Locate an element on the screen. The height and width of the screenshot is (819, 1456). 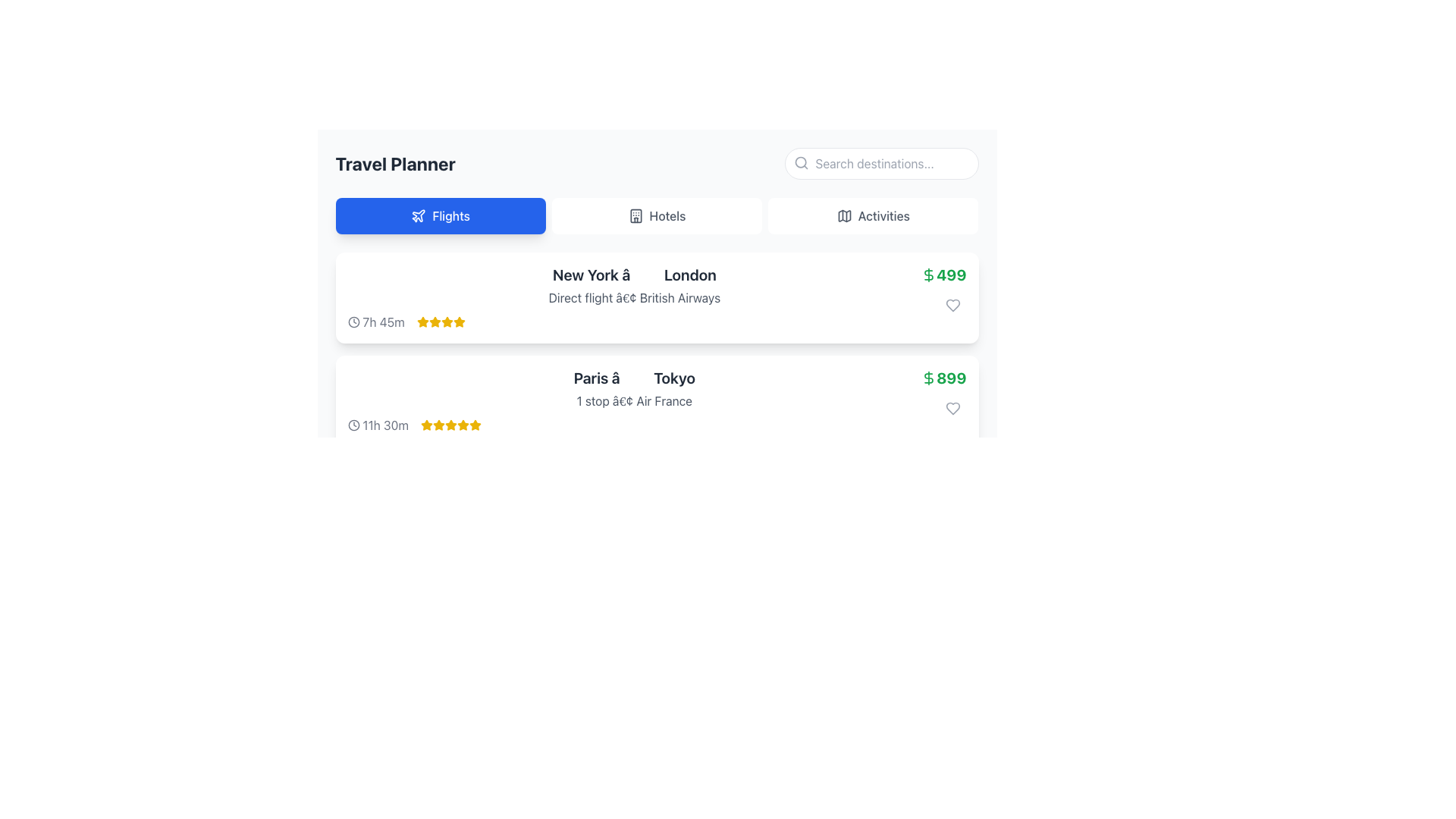
the third star icon in the rating system to interact with its rating value is located at coordinates (438, 425).